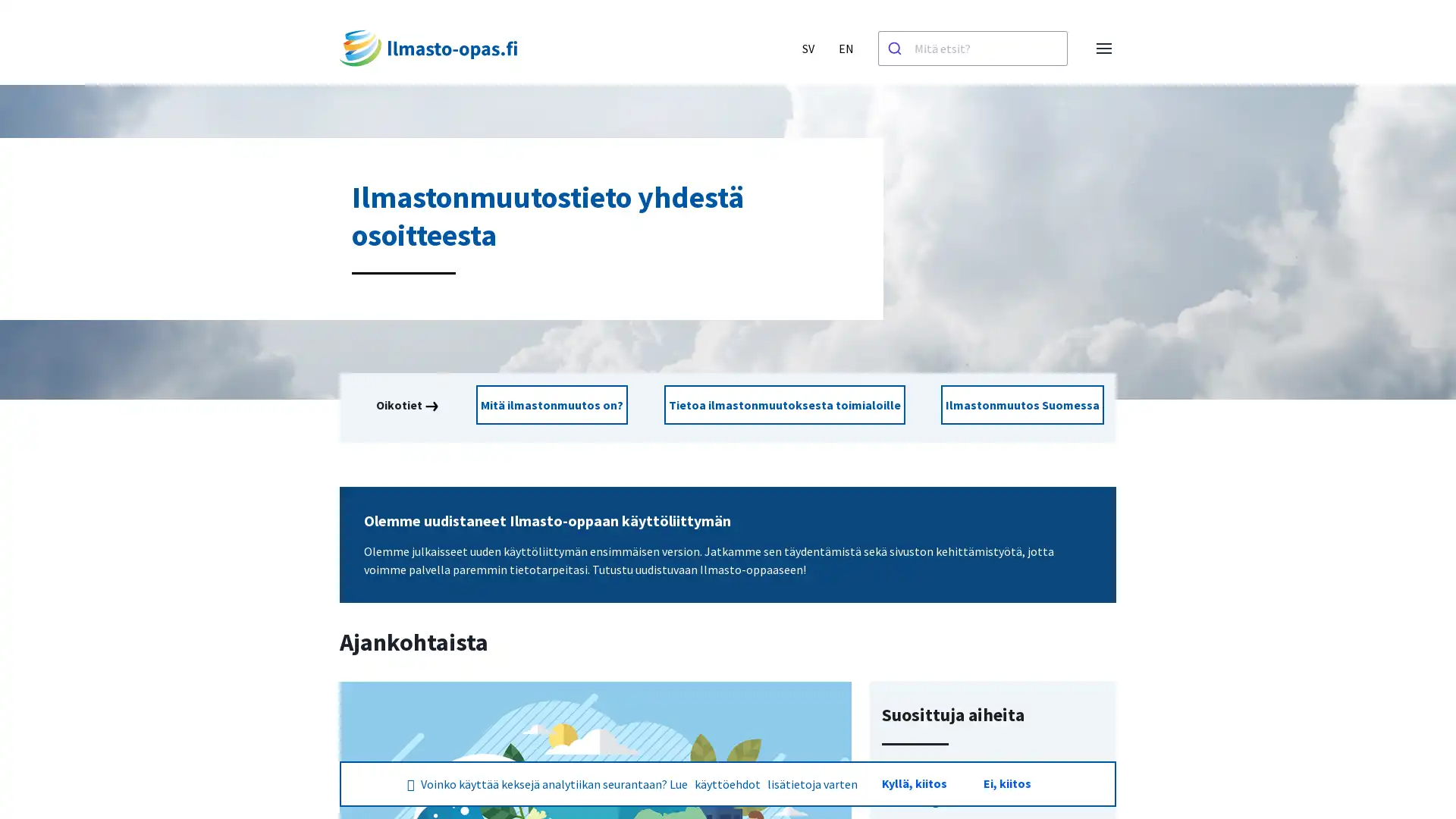  Describe the element at coordinates (1103, 48) in the screenshot. I see `Avaa valikko` at that location.